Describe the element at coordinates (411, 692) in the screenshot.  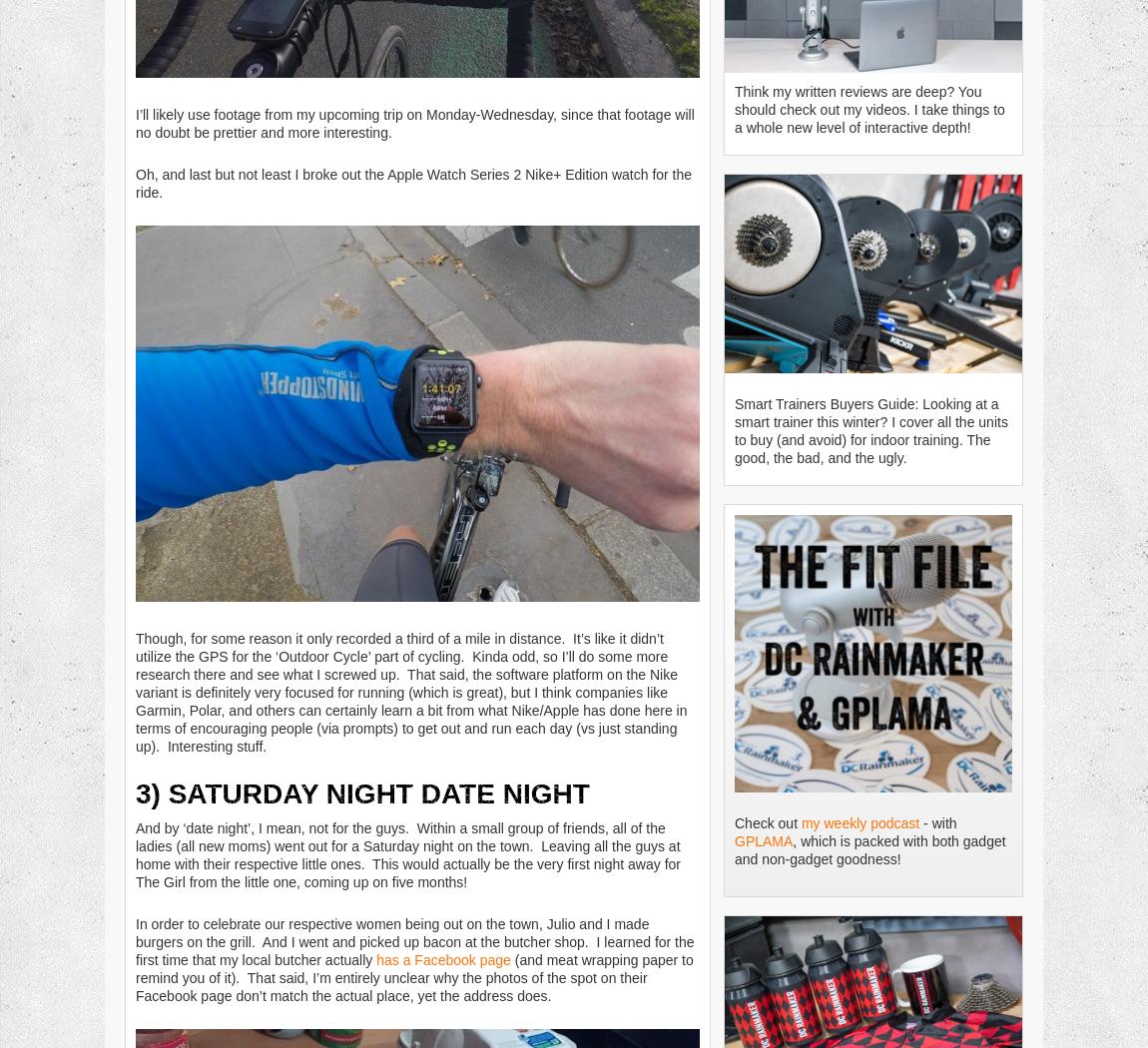
I see `'Though, for some reason it only recorded a third of a mile in distance.  It’s like it didn’t utilize the GPS for the ‘Outdoor Cycle’ part of cycling.  Kinda odd, so I’ll do some more research there and see what I screwed up.  That said, the software platform on the Nike variant is definitely very focused for running (which is great), but I think companies like Garmin, Polar, and others can certainly learn a bit from what Nike/Apple has done here in terms of encouraging people (via prompts) to get out and run each day (vs just standing up).  Interesting stuff.'` at that location.